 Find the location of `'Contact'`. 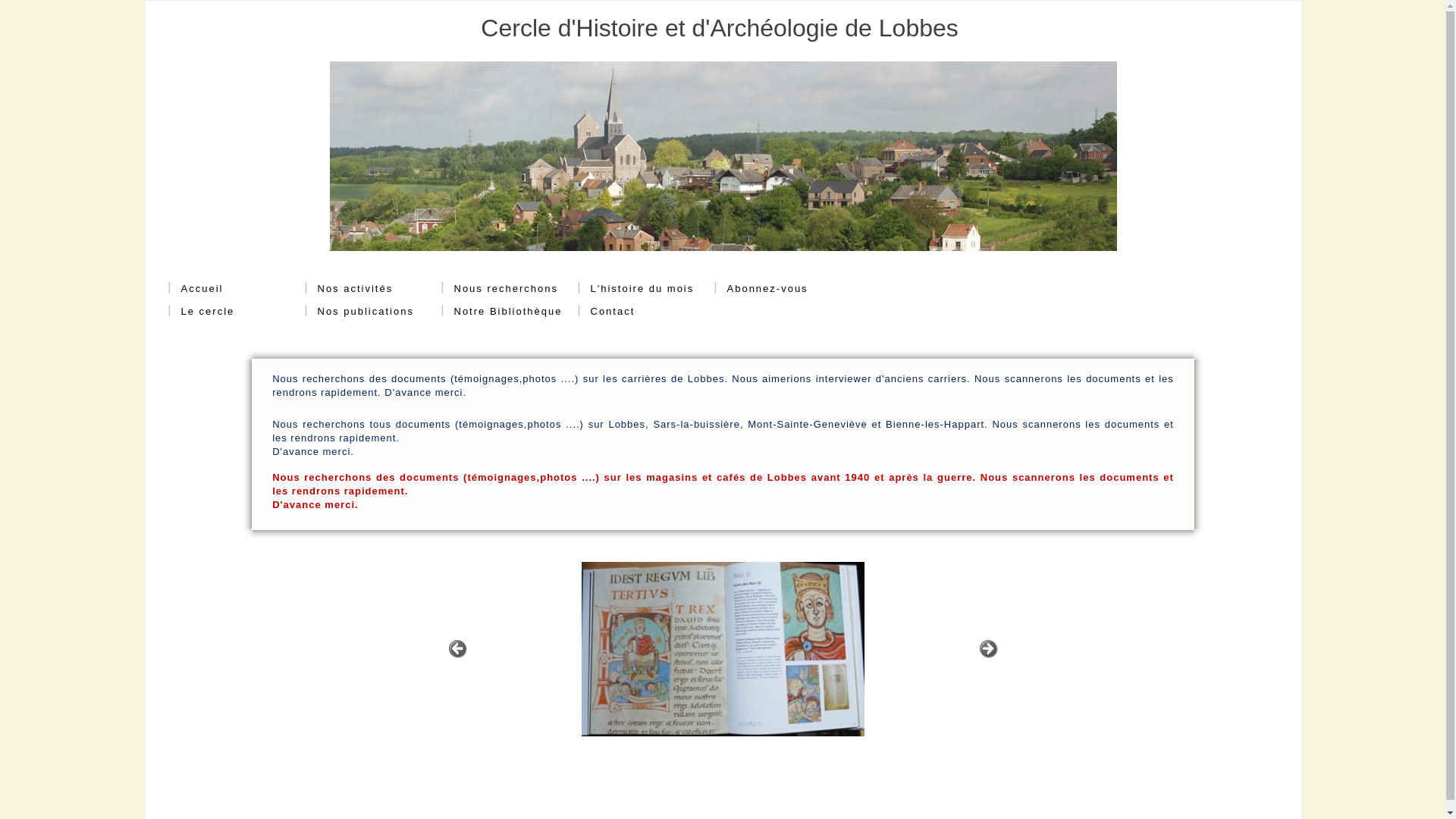

'Contact' is located at coordinates (588, 311).